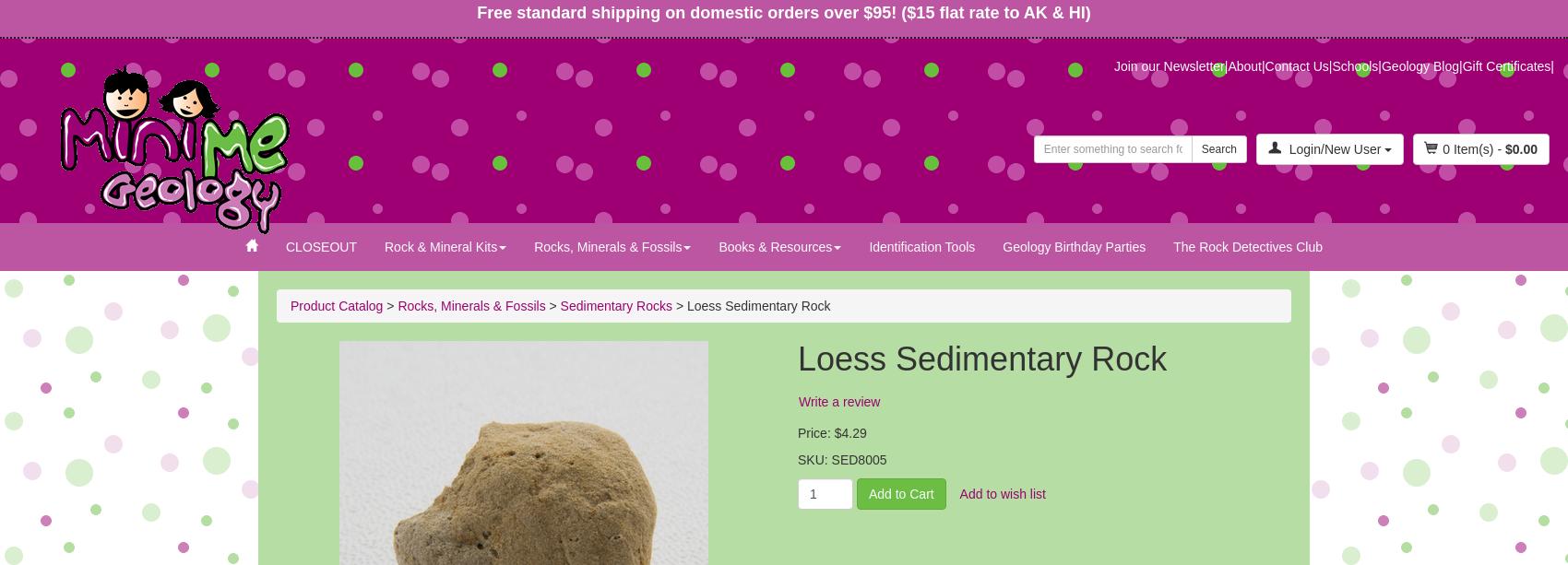 Image resolution: width=1568 pixels, height=565 pixels. I want to click on 'Join our Newsletter', so click(1112, 65).